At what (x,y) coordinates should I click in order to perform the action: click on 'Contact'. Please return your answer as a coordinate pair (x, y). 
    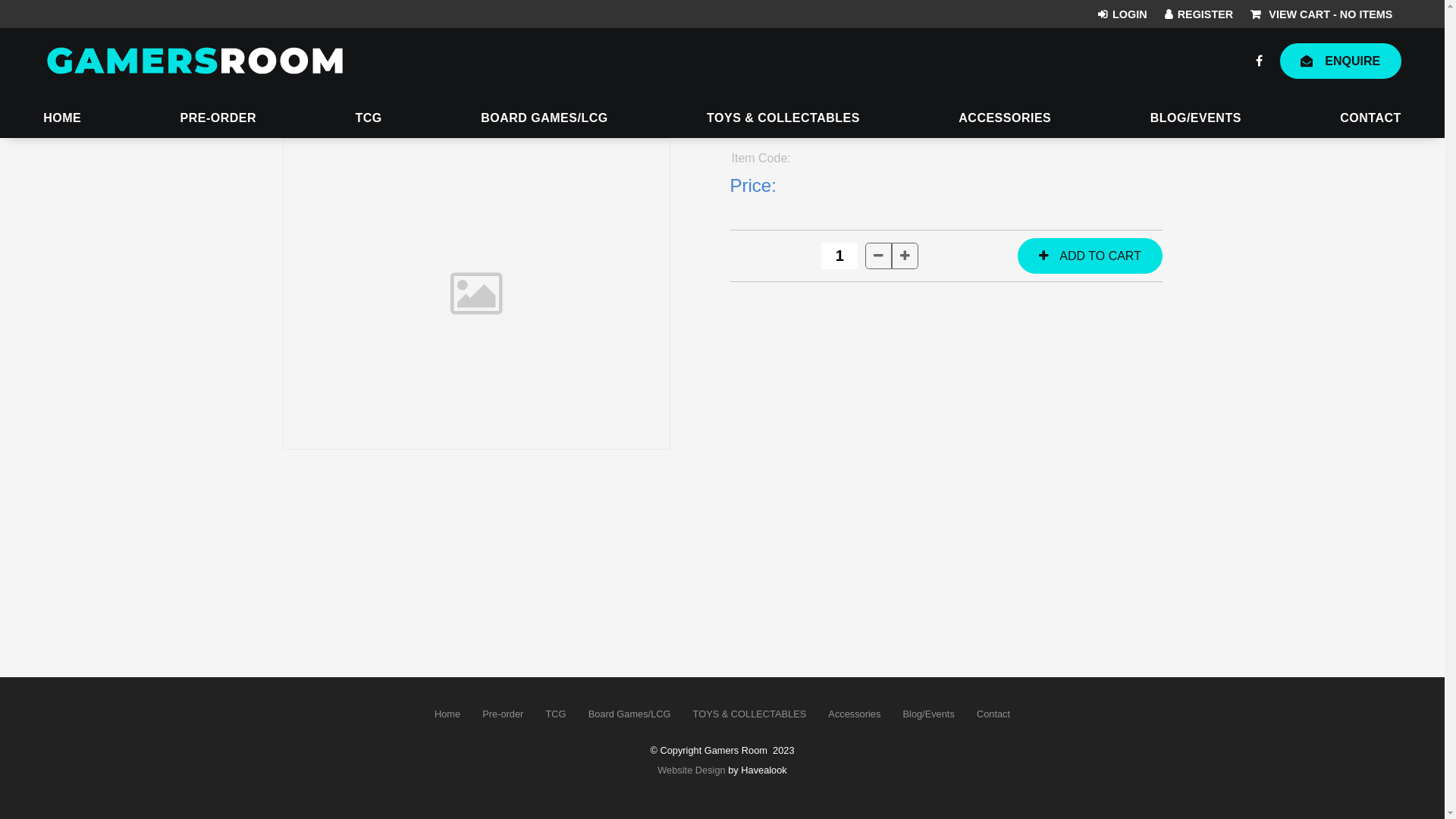
    Looking at the image, I should click on (993, 714).